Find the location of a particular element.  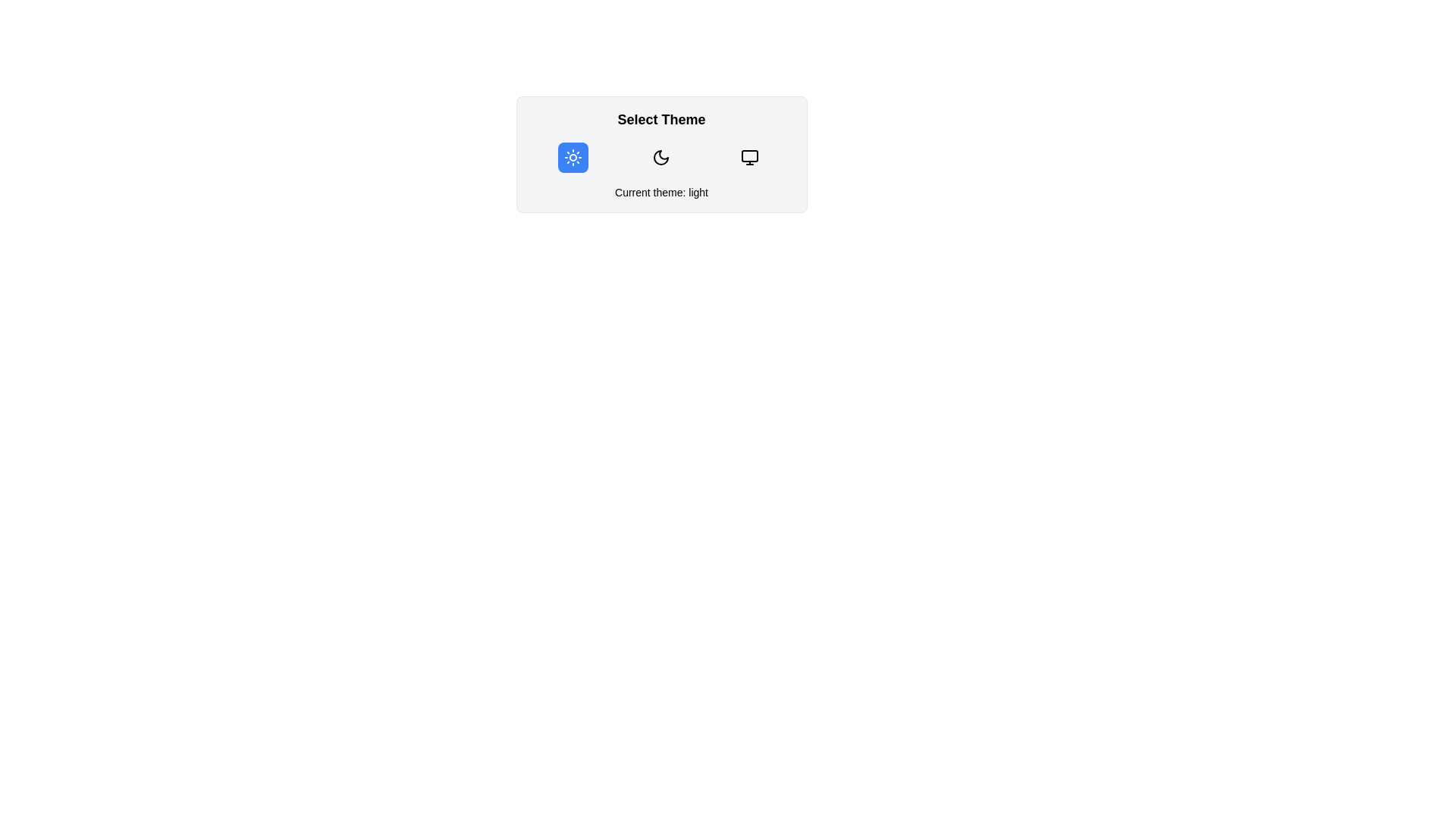

the crescent moon icon is located at coordinates (661, 158).